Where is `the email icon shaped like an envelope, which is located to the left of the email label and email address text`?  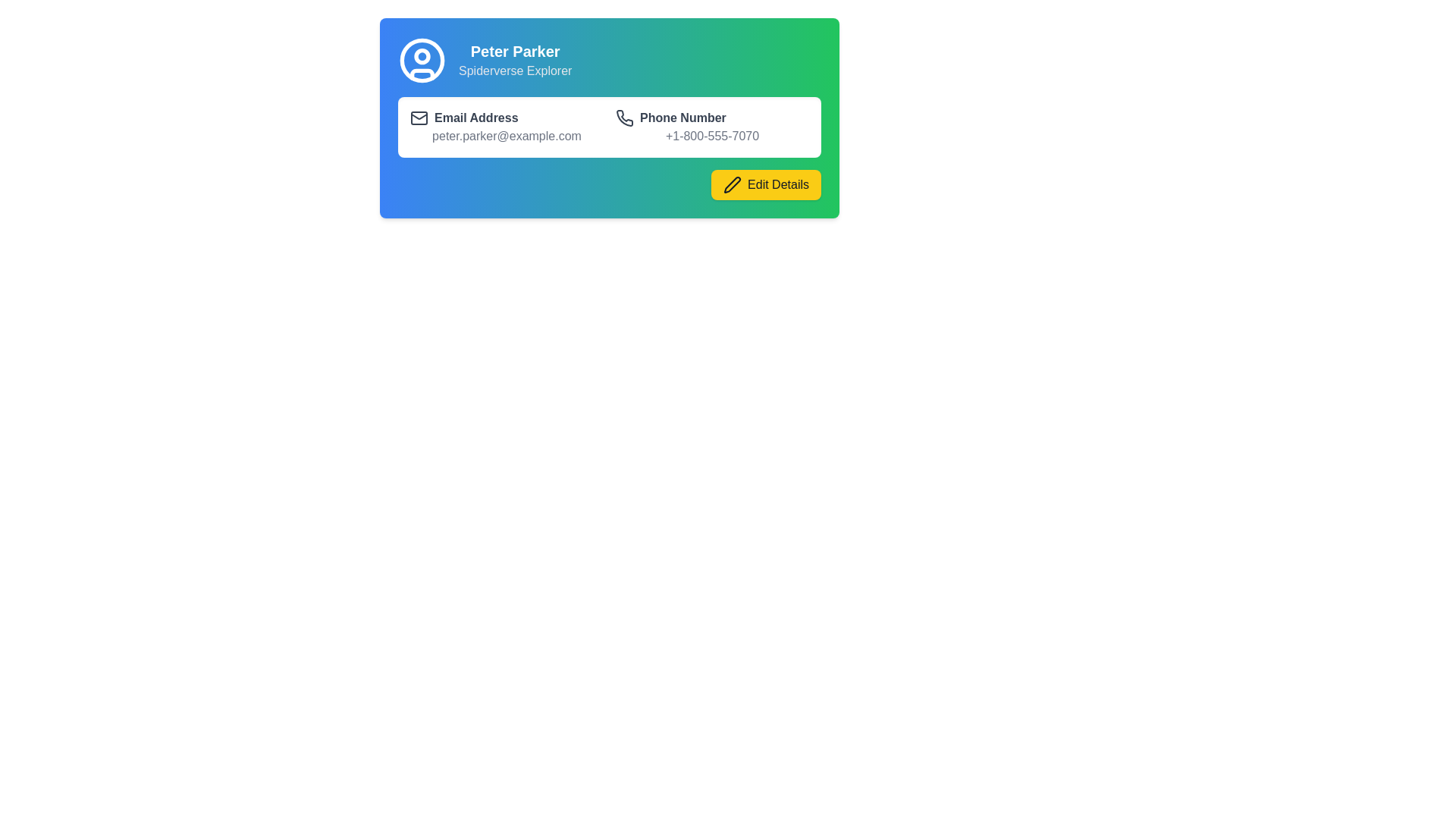 the email icon shaped like an envelope, which is located to the left of the email label and email address text is located at coordinates (419, 117).